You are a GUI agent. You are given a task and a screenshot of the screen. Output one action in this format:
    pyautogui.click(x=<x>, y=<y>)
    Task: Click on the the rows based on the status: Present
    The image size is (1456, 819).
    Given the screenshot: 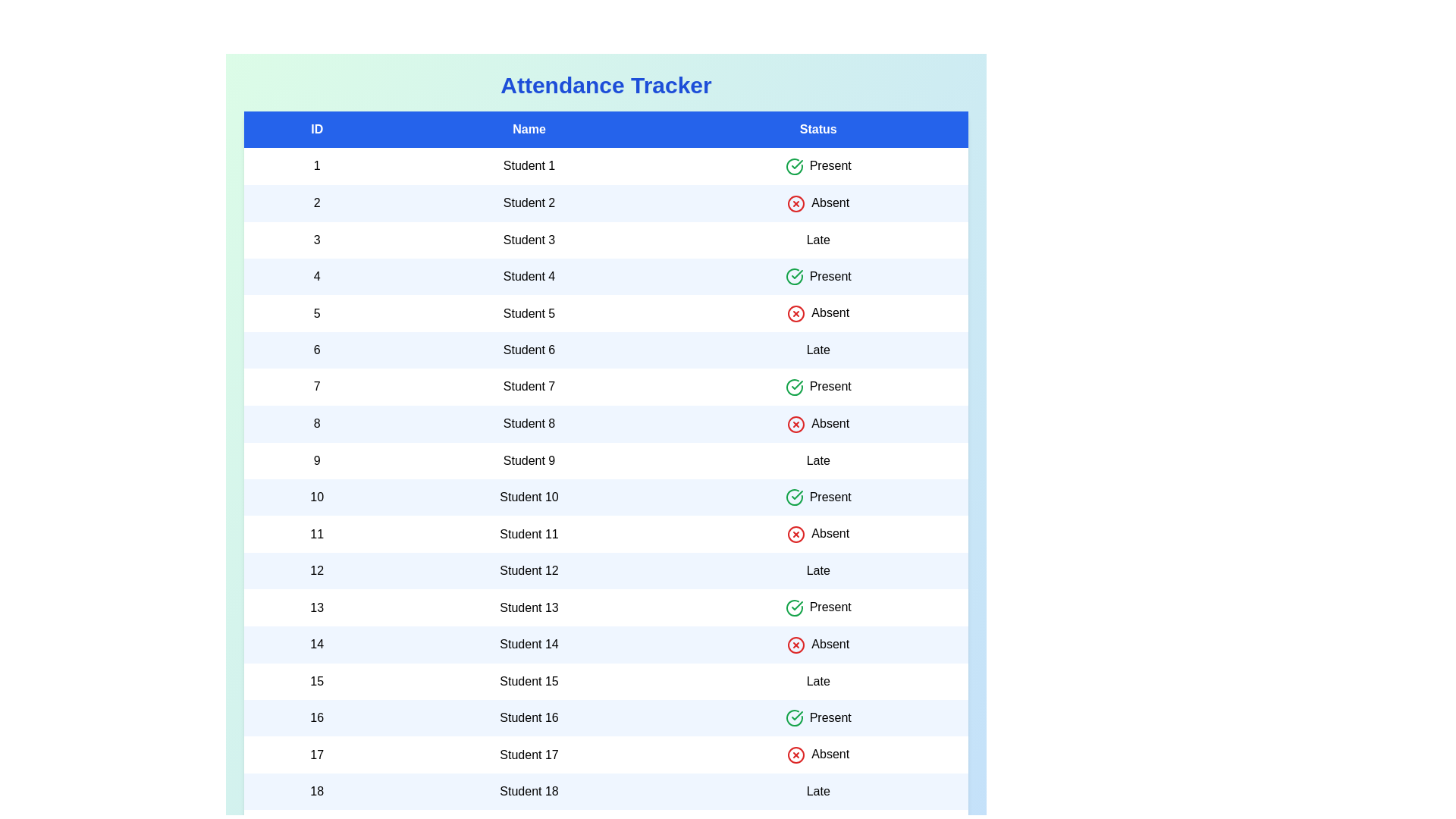 What is the action you would take?
    pyautogui.click(x=792, y=166)
    